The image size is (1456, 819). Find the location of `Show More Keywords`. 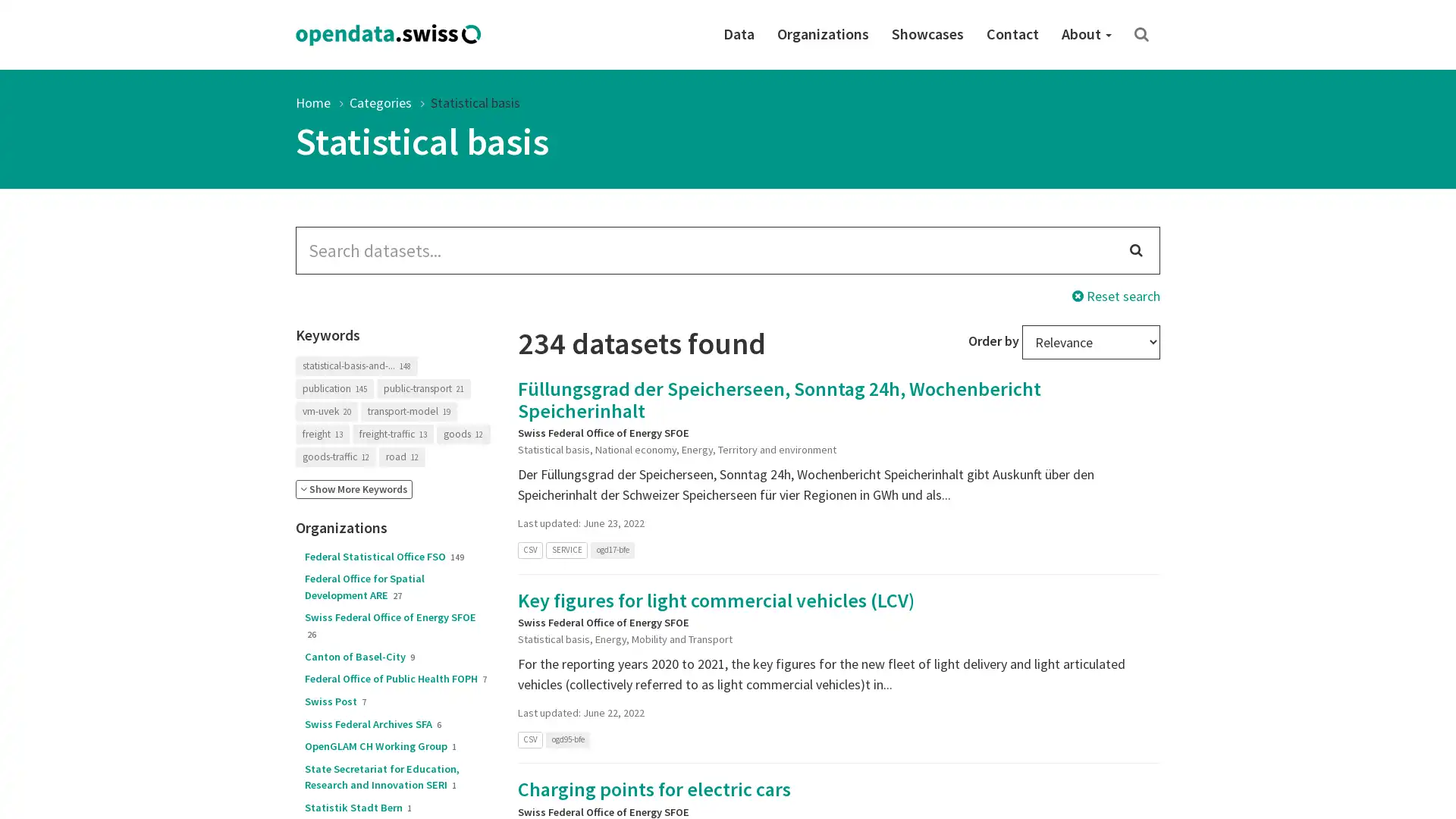

Show More Keywords is located at coordinates (353, 489).